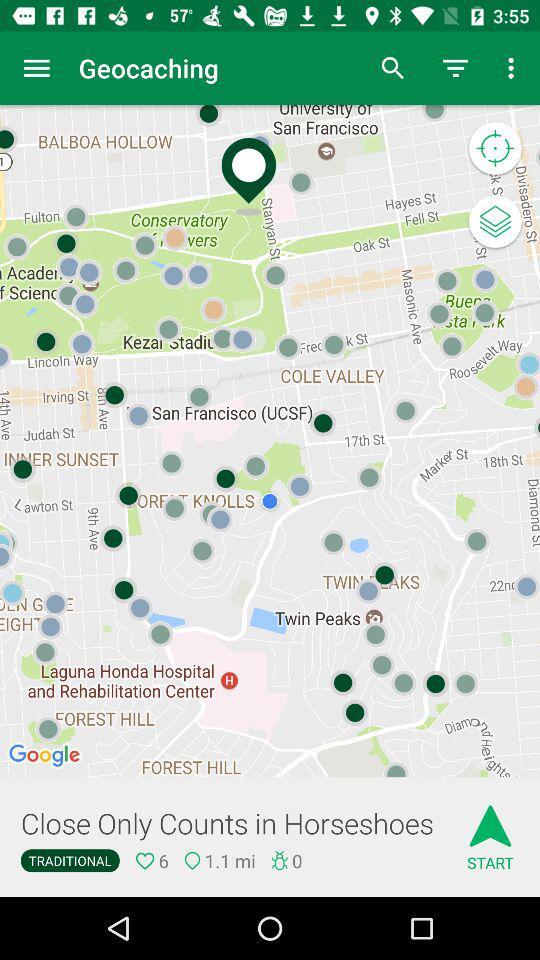 The width and height of the screenshot is (540, 960). What do you see at coordinates (36, 68) in the screenshot?
I see `icon next to geocaching item` at bounding box center [36, 68].